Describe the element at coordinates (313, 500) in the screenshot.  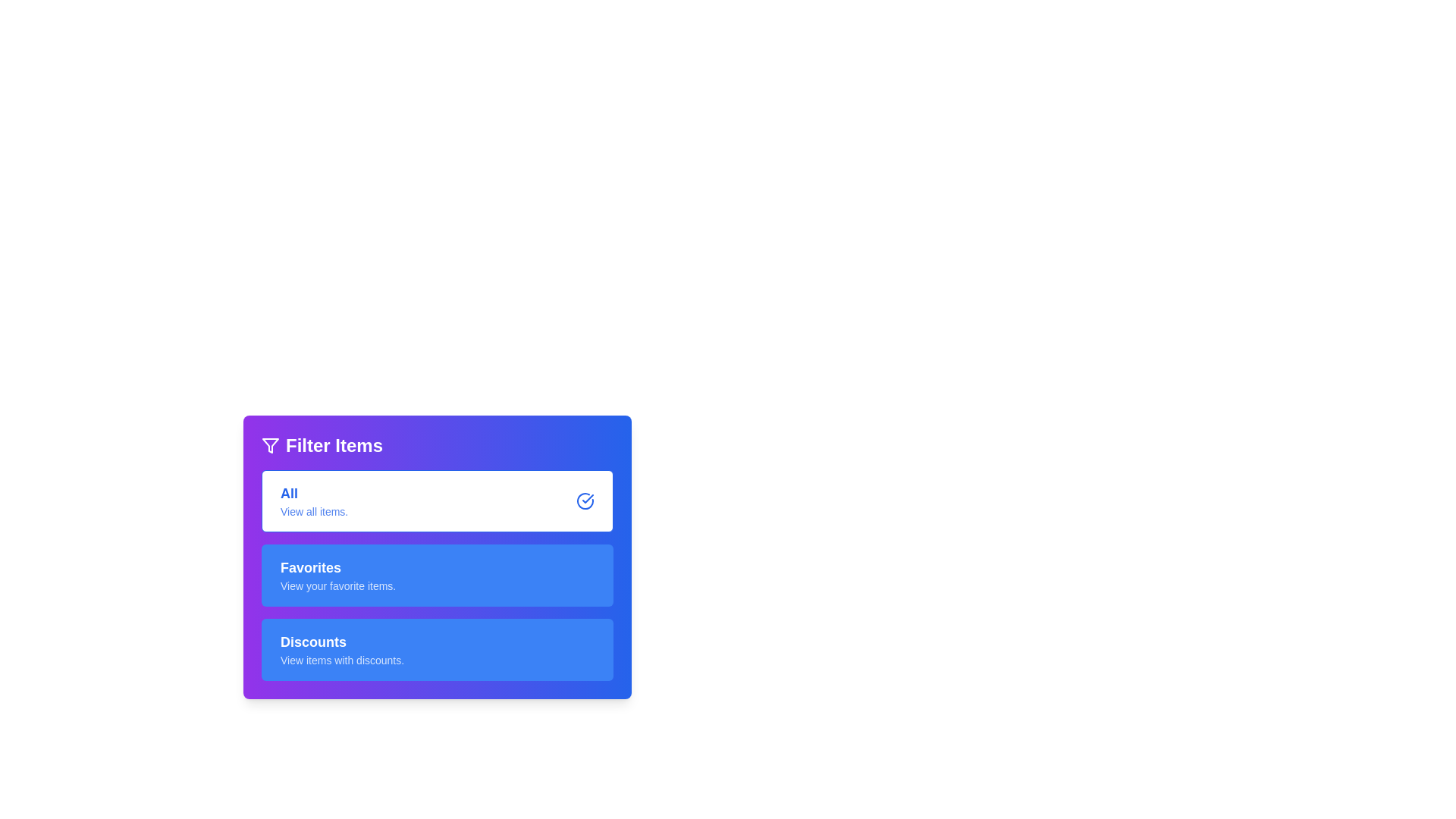
I see `the selectable 'All' items text label located just below the 'Filter Items' title` at that location.